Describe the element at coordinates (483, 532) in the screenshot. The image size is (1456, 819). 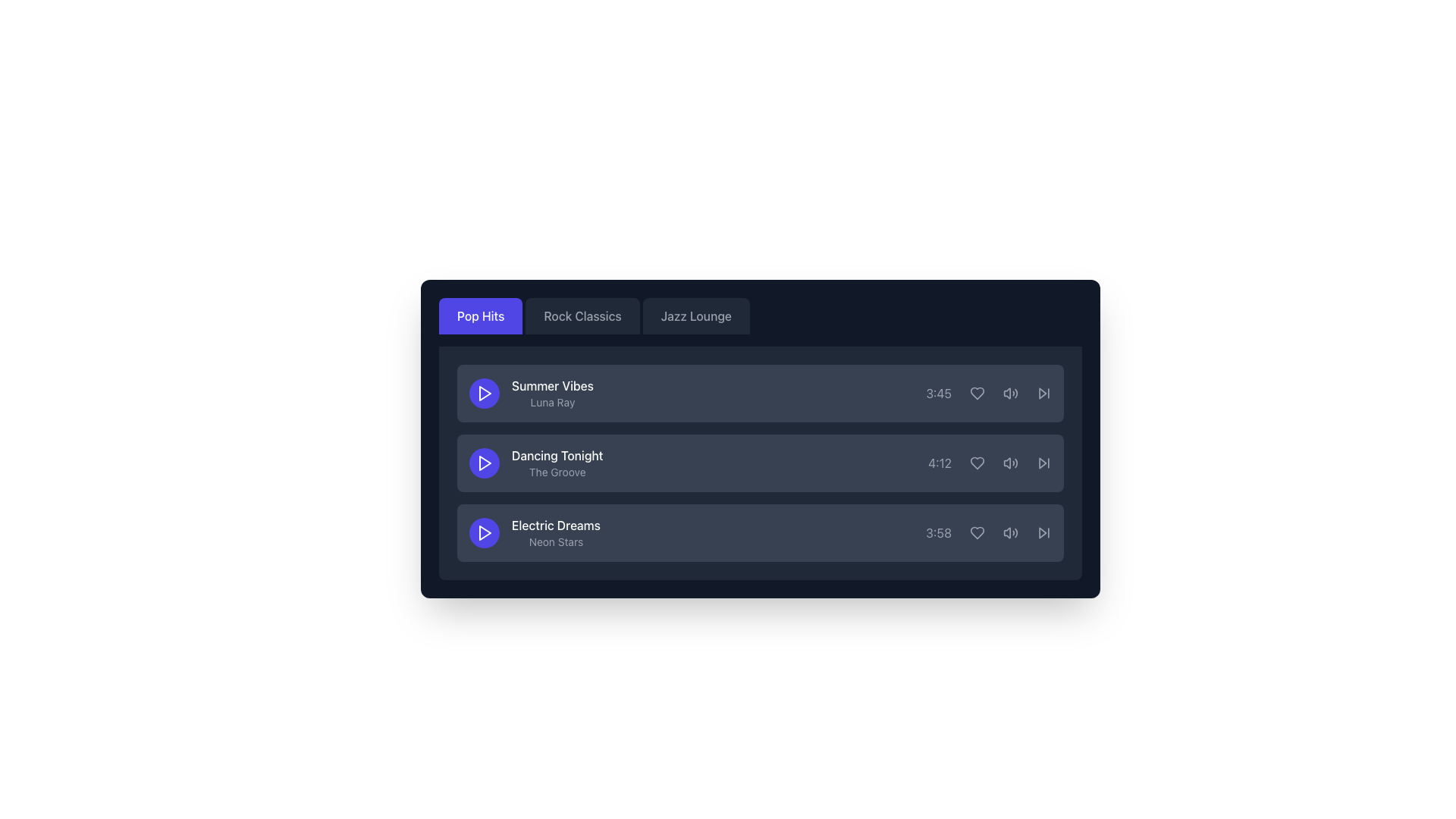
I see `the circular button with an indigo background and a white play icon, located to the left of the song title 'Electric Dreams' and subtitle 'Neon Stars'` at that location.